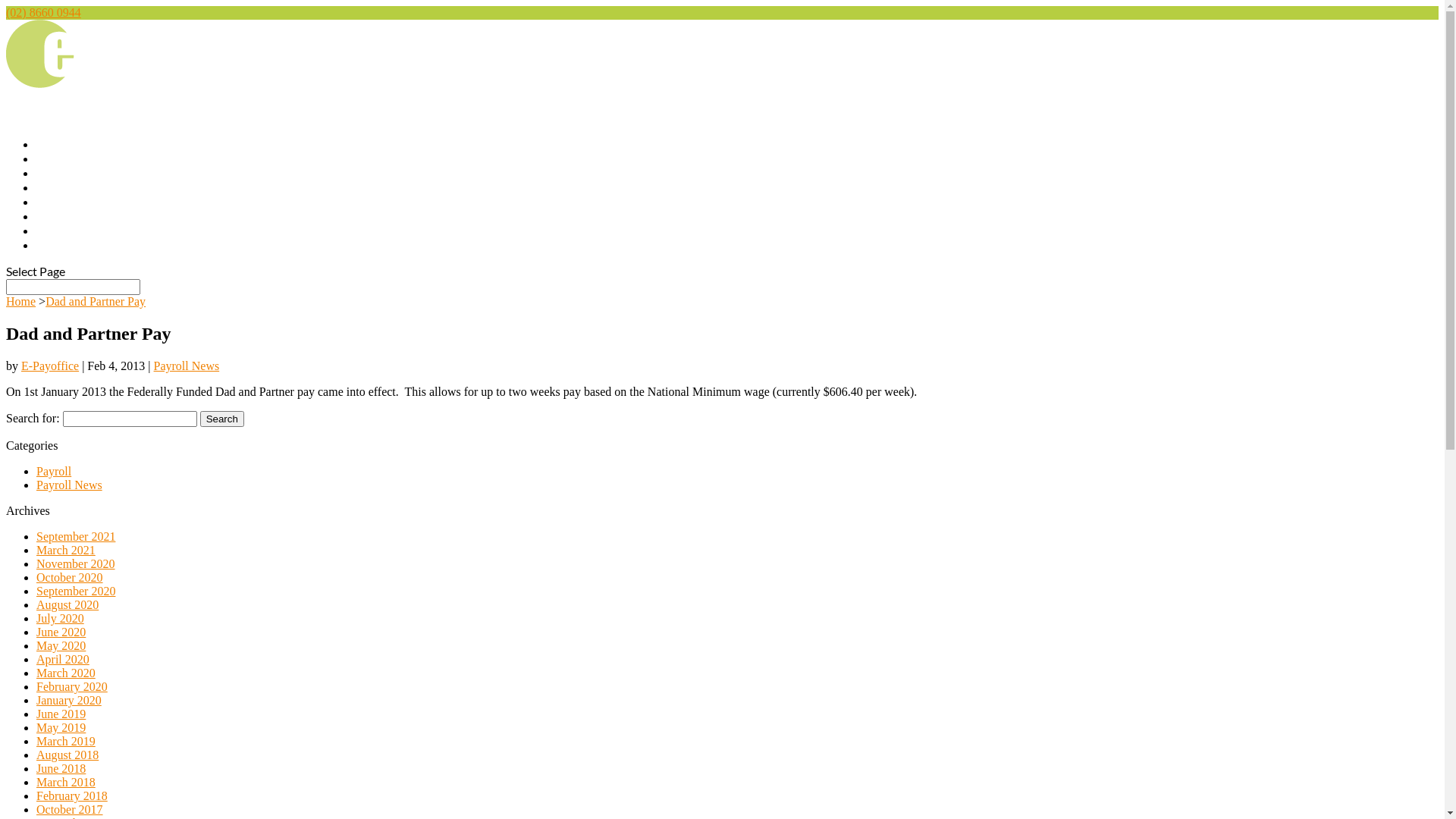  Describe the element at coordinates (75, 535) in the screenshot. I see `'September 2021'` at that location.